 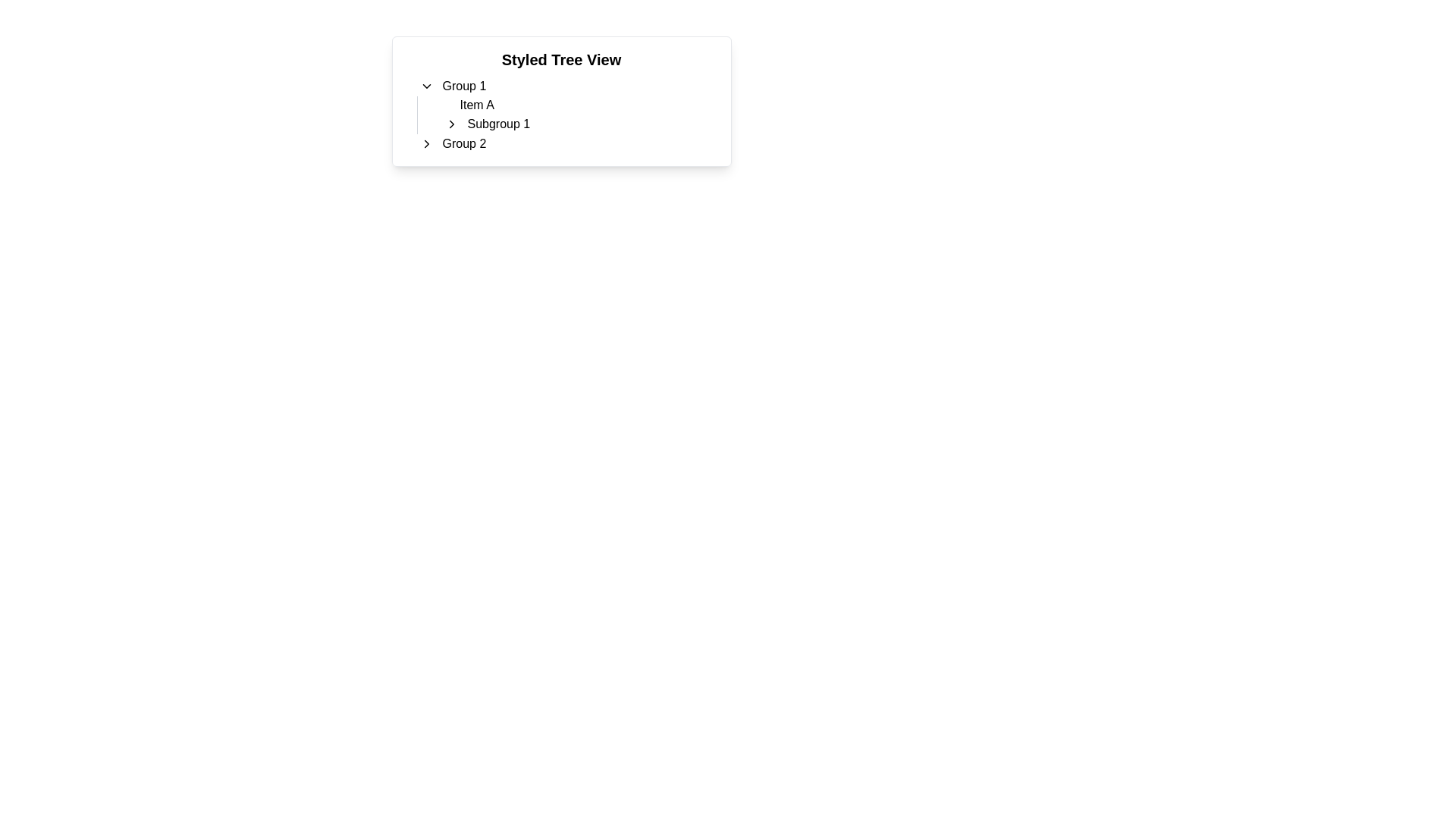 I want to click on the Tree View Item labeled 'Subgroup 1', so click(x=579, y=124).